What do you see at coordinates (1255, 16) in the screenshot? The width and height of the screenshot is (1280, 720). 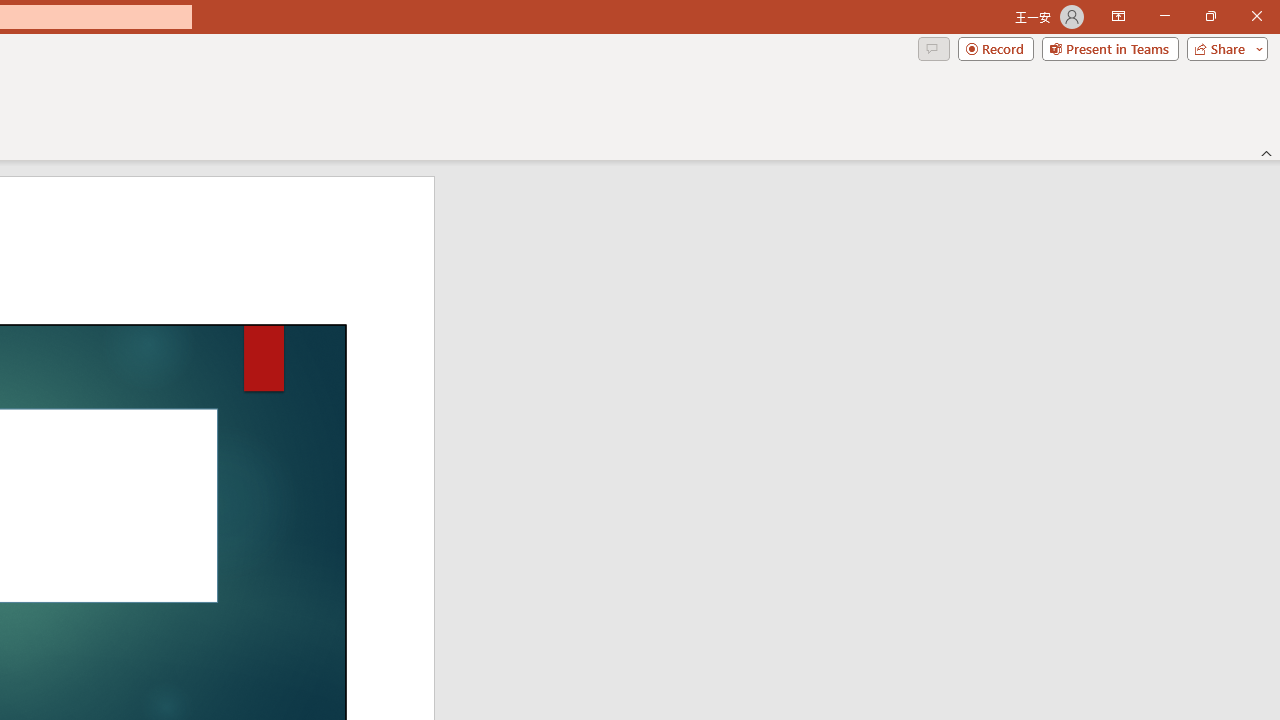 I see `'Close'` at bounding box center [1255, 16].